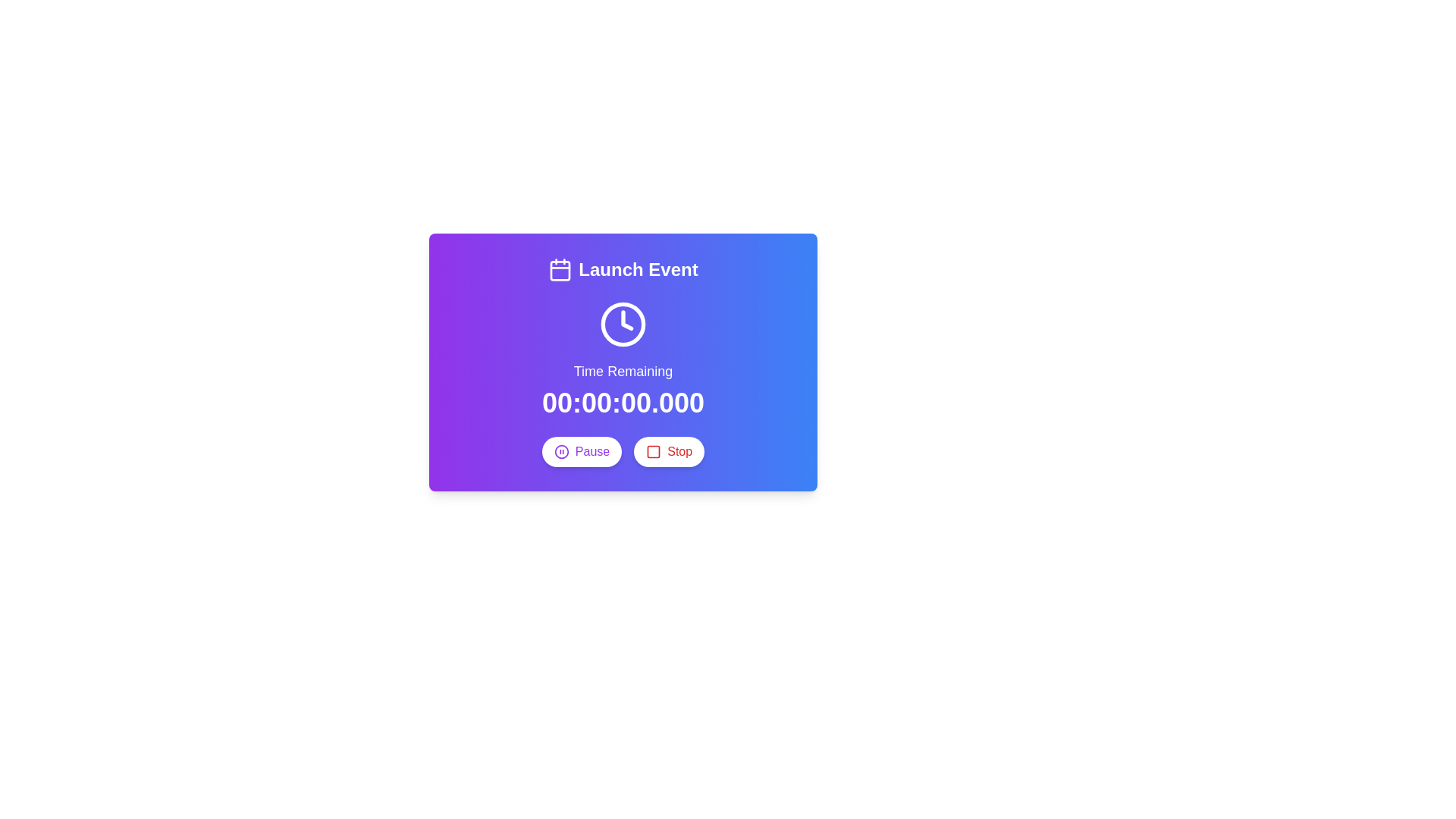 The image size is (1456, 819). Describe the element at coordinates (623, 268) in the screenshot. I see `the 'Launch Event' text display with a calendar icon` at that location.